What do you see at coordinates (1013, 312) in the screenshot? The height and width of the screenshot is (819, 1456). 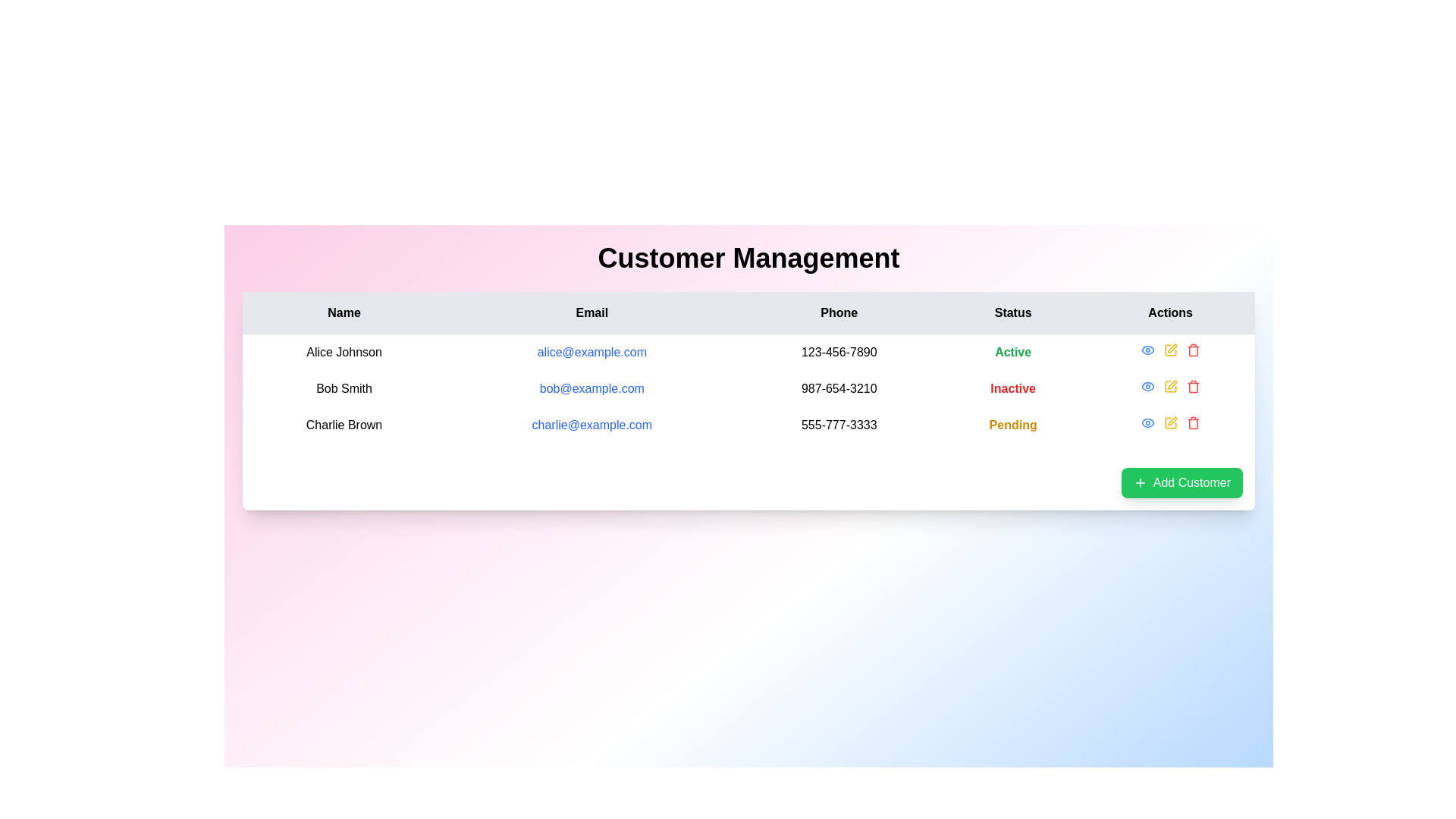 I see `the 'Status' column header in the table, which is the fourth column header located between the 'Phone' and 'Actions' columns` at bounding box center [1013, 312].